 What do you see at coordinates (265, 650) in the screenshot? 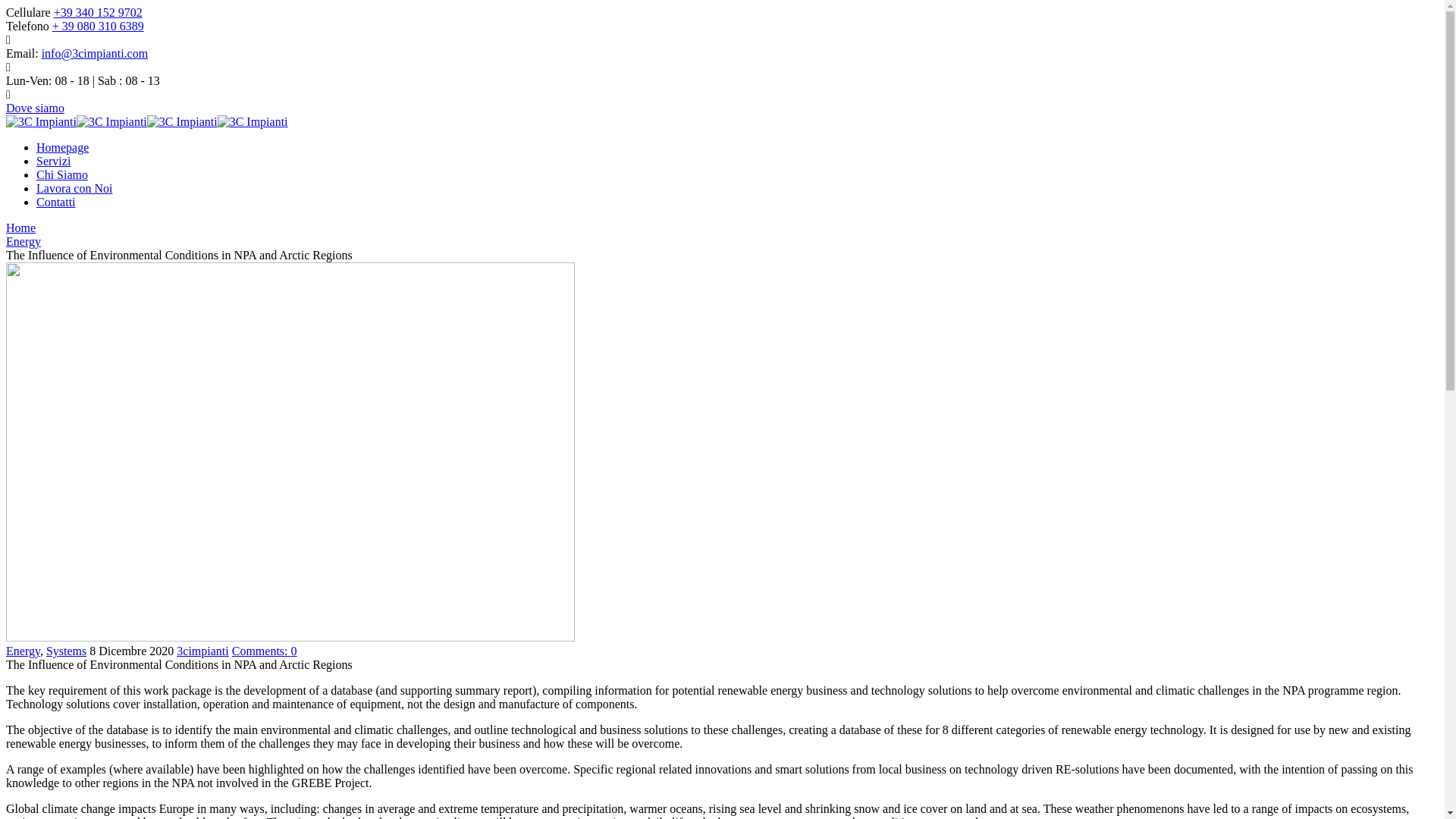
I see `'Comments: 0'` at bounding box center [265, 650].